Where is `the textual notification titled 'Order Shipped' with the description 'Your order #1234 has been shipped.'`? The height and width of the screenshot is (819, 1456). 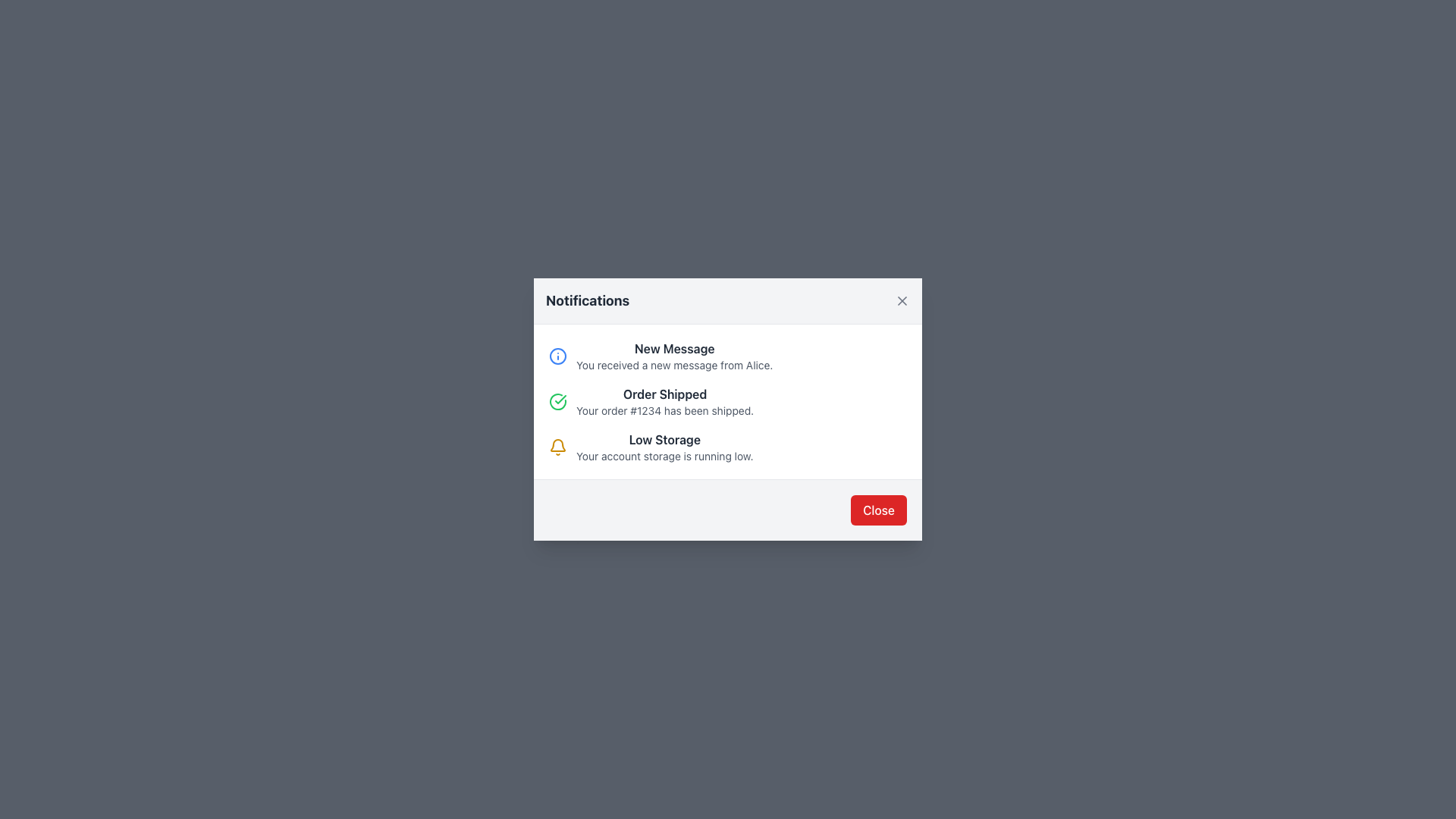 the textual notification titled 'Order Shipped' with the description 'Your order #1234 has been shipped.' is located at coordinates (665, 400).